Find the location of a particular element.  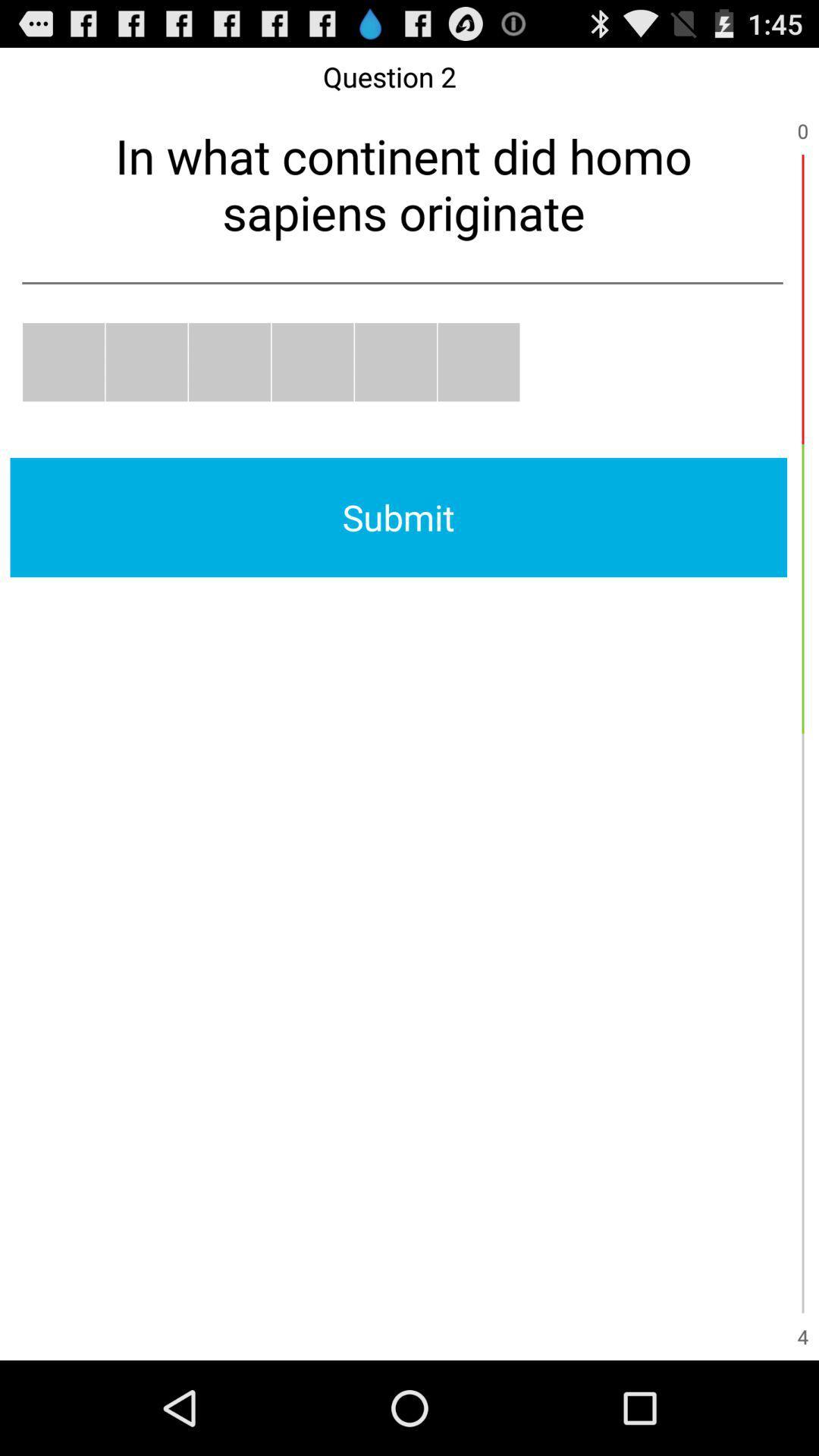

the icon above the submit icon is located at coordinates (312, 361).